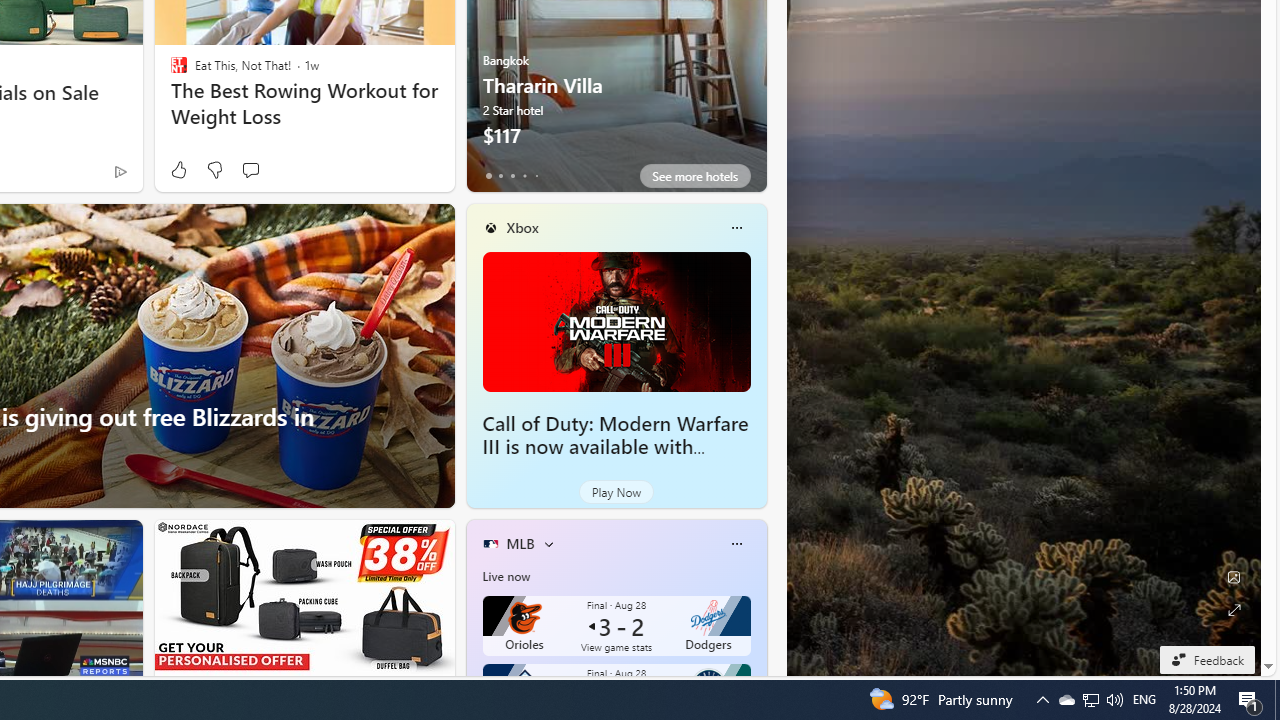 This screenshot has height=720, width=1280. I want to click on 'tab-3', so click(524, 175).